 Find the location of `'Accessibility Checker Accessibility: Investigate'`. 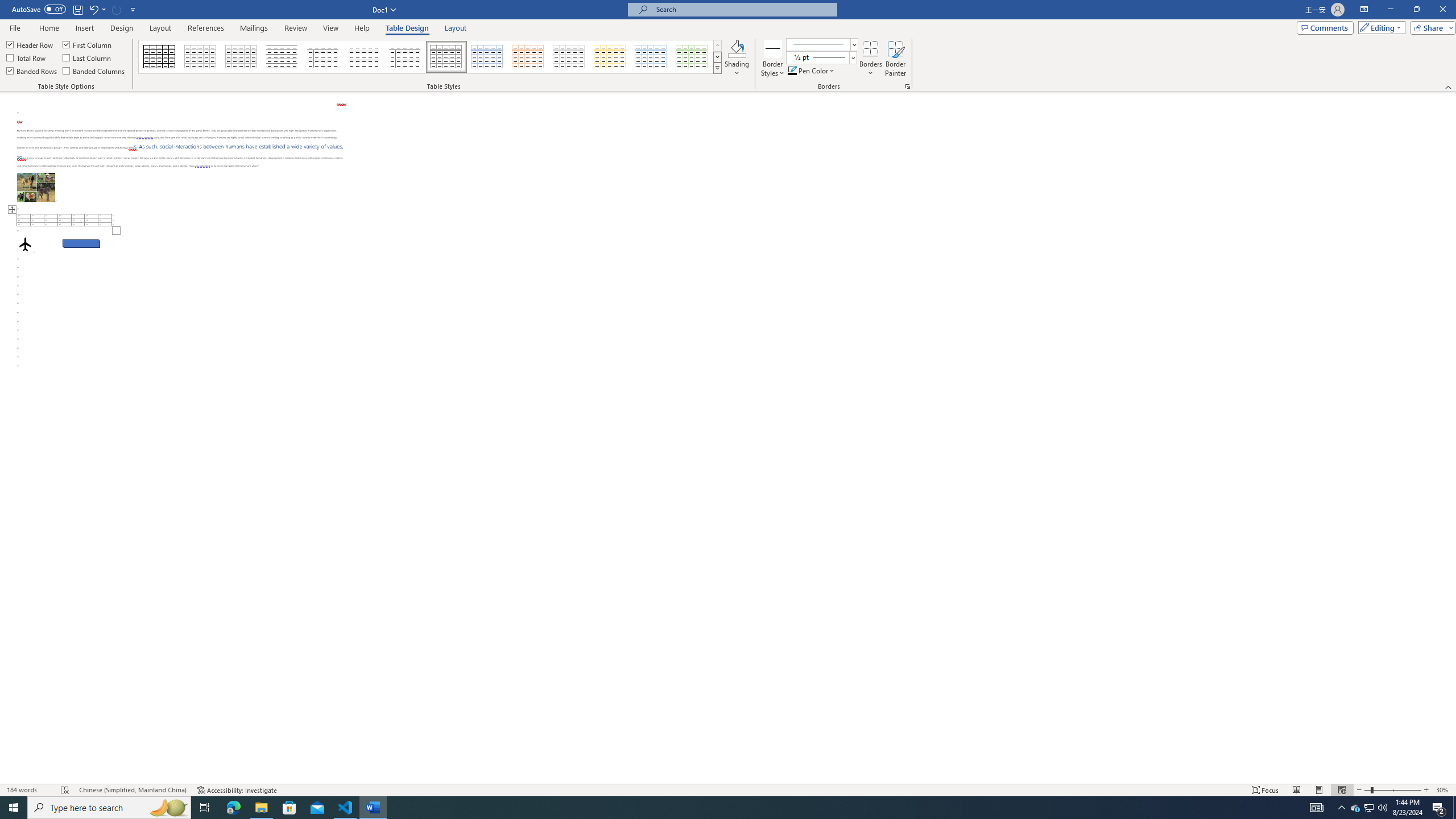

'Accessibility Checker Accessibility: Investigate' is located at coordinates (237, 790).